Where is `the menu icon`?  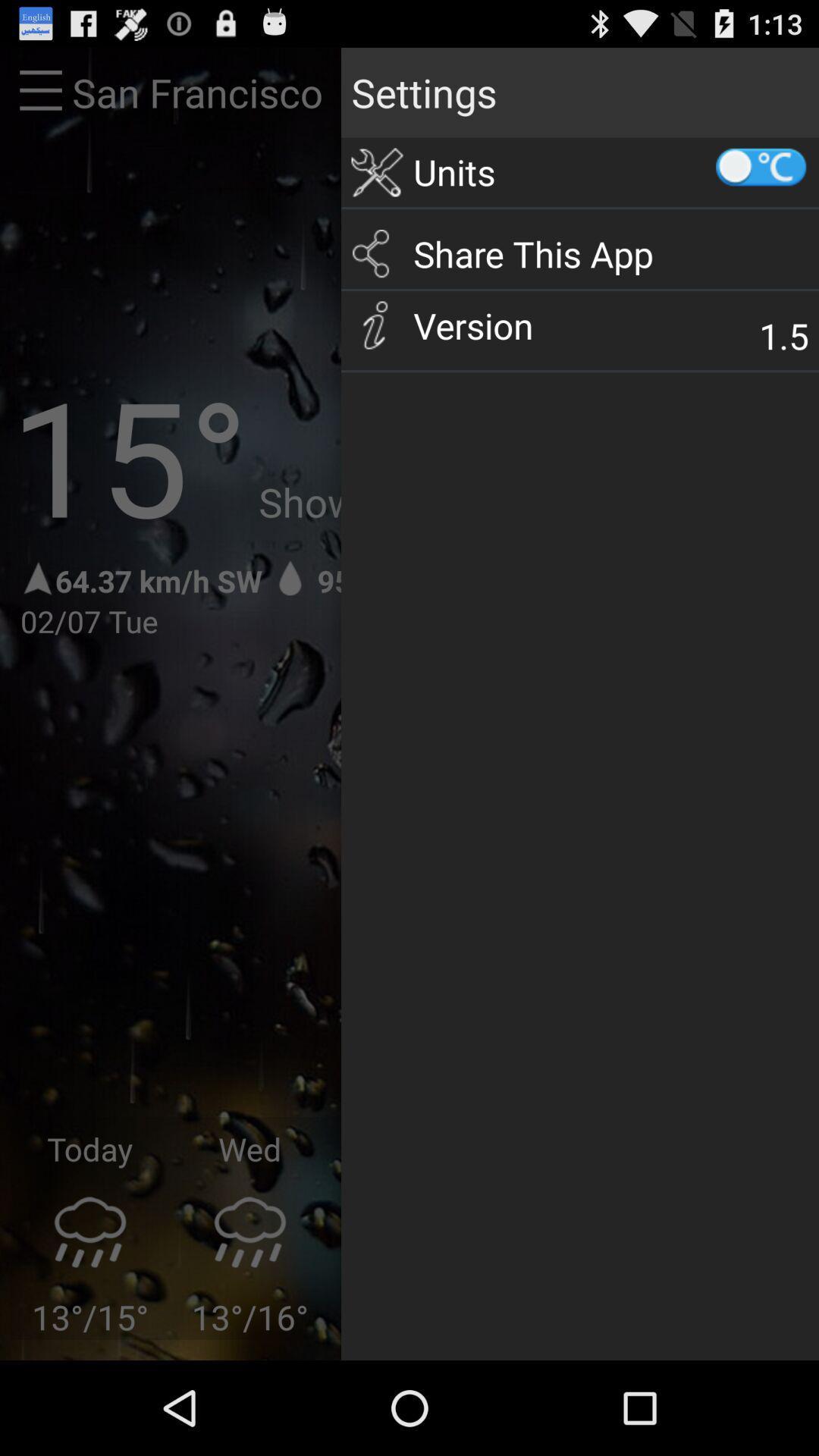 the menu icon is located at coordinates (40, 98).